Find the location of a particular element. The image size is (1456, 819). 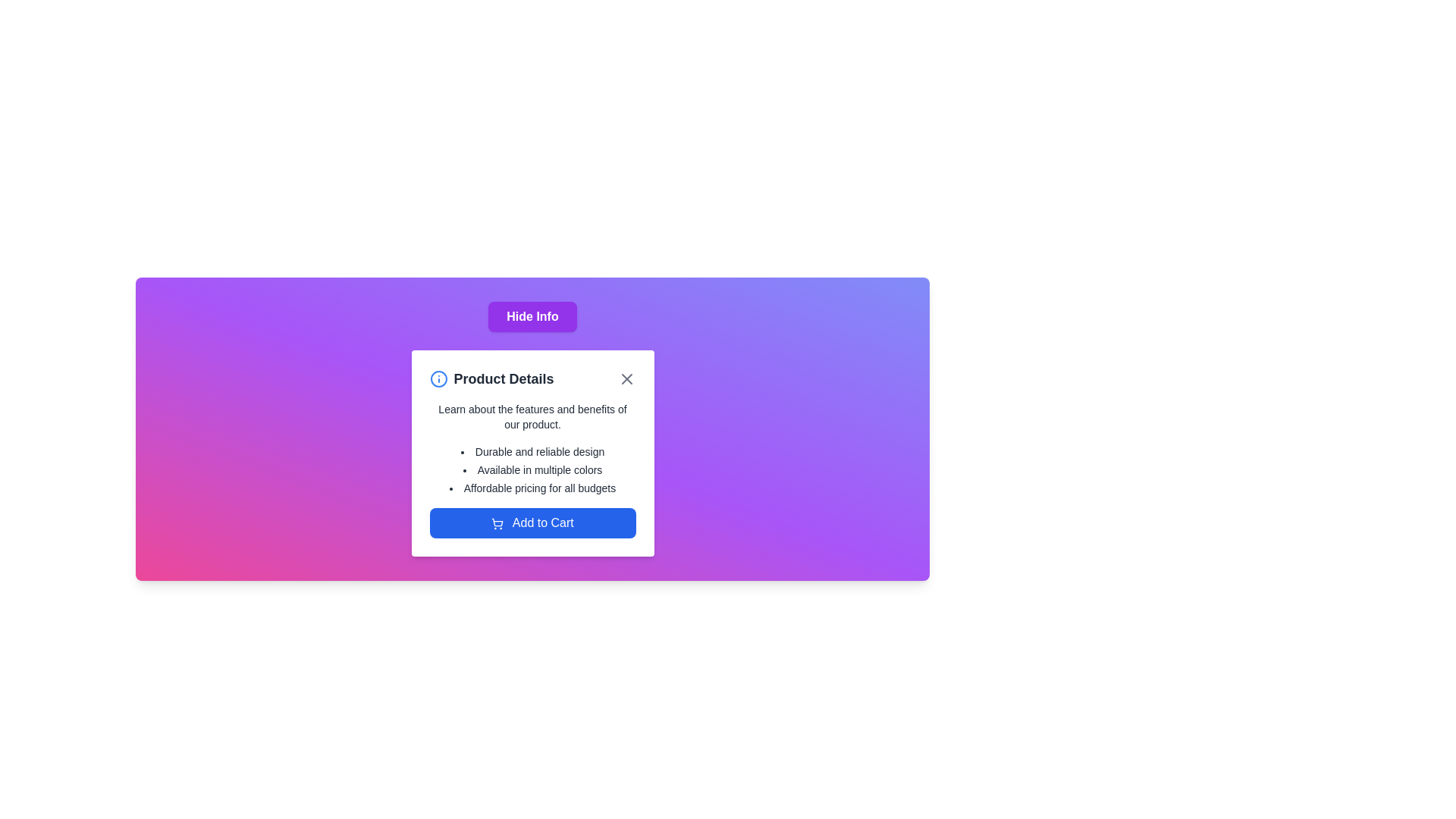

the text element that reads 'Learn about the features and benefits of our product.', which is styled in a small font within a white panel, located below the heading 'Product Details' is located at coordinates (532, 417).